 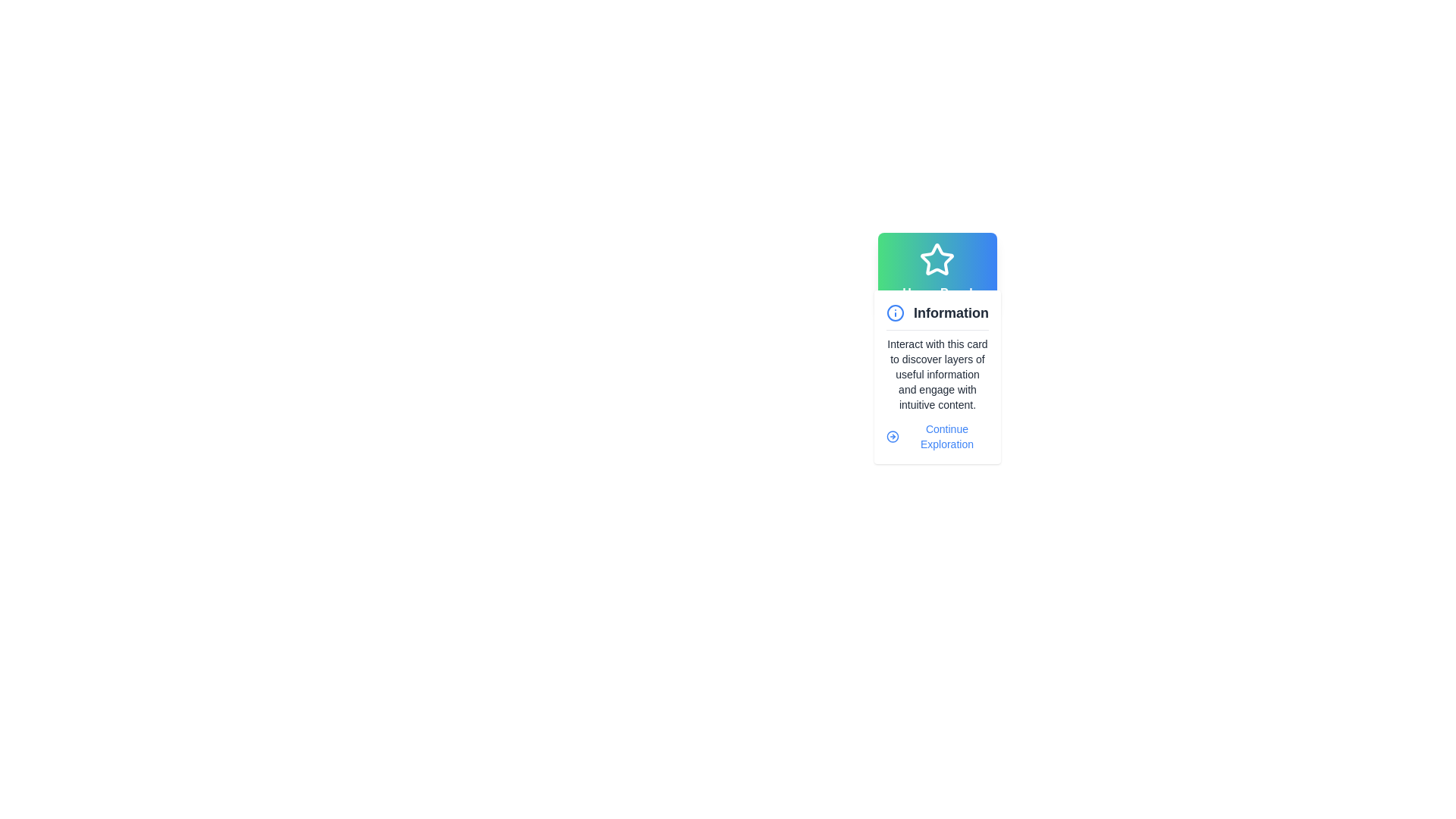 What do you see at coordinates (937, 374) in the screenshot?
I see `informational text block situated below the section title 'Information' and above the interactive link 'Continue Exploration' in the card, which is centrally aligned horizontally and slightly to the center vertically` at bounding box center [937, 374].